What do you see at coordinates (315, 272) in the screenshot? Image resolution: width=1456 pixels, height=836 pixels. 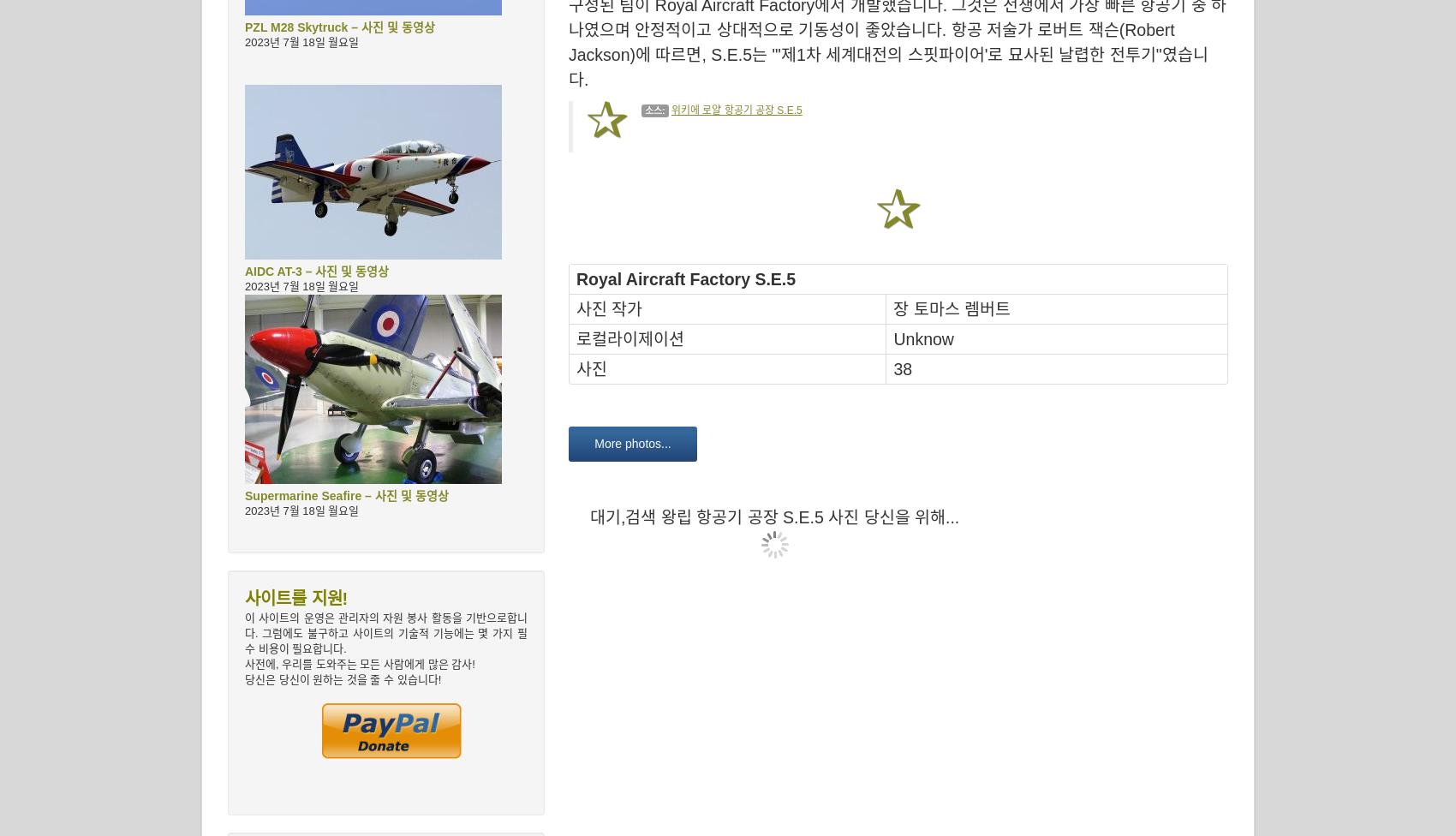 I see `'AIDC AT-3 – 사진 및 동영상'` at bounding box center [315, 272].